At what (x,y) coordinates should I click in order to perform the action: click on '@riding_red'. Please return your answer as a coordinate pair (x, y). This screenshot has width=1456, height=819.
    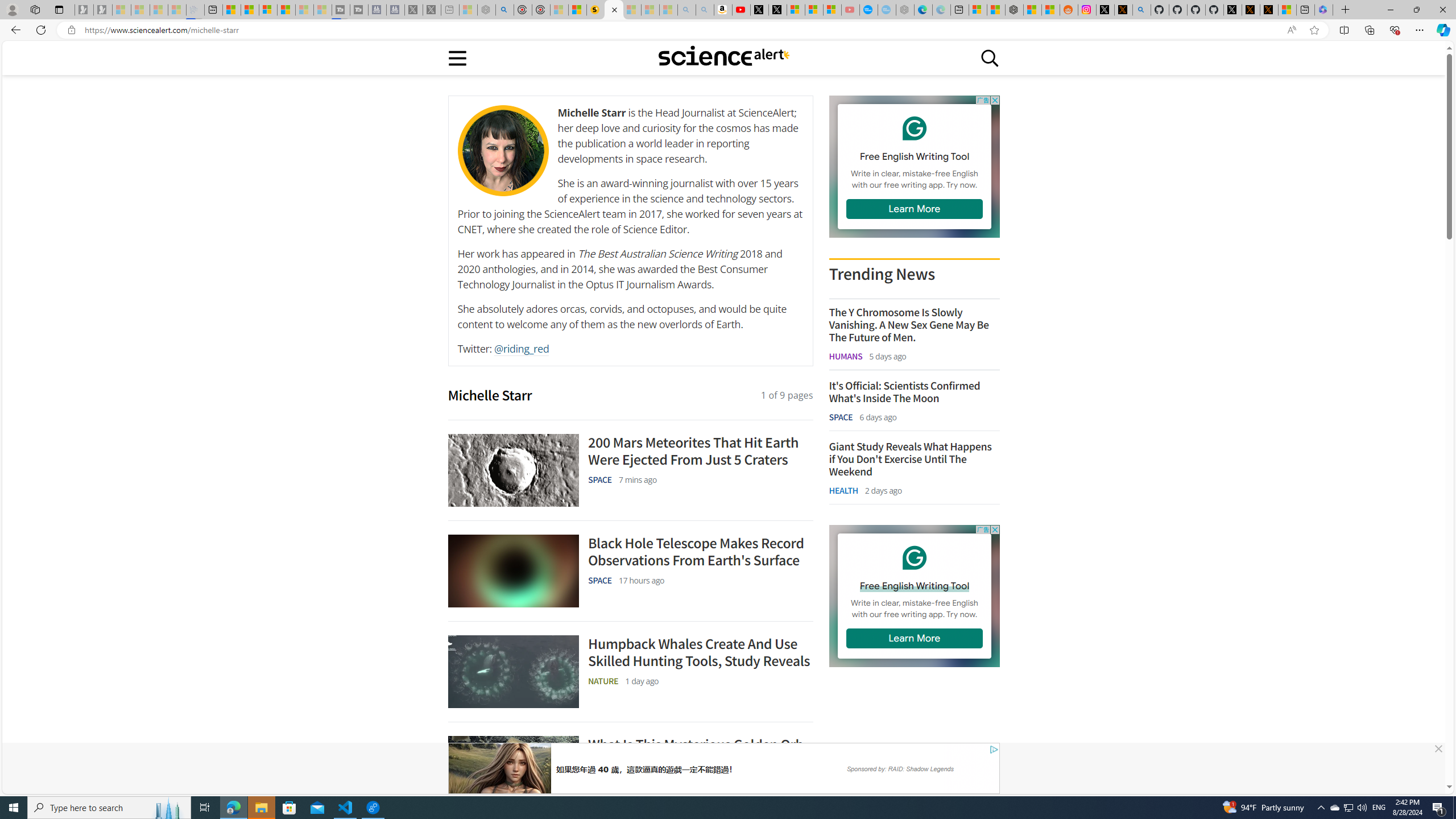
    Looking at the image, I should click on (521, 348).